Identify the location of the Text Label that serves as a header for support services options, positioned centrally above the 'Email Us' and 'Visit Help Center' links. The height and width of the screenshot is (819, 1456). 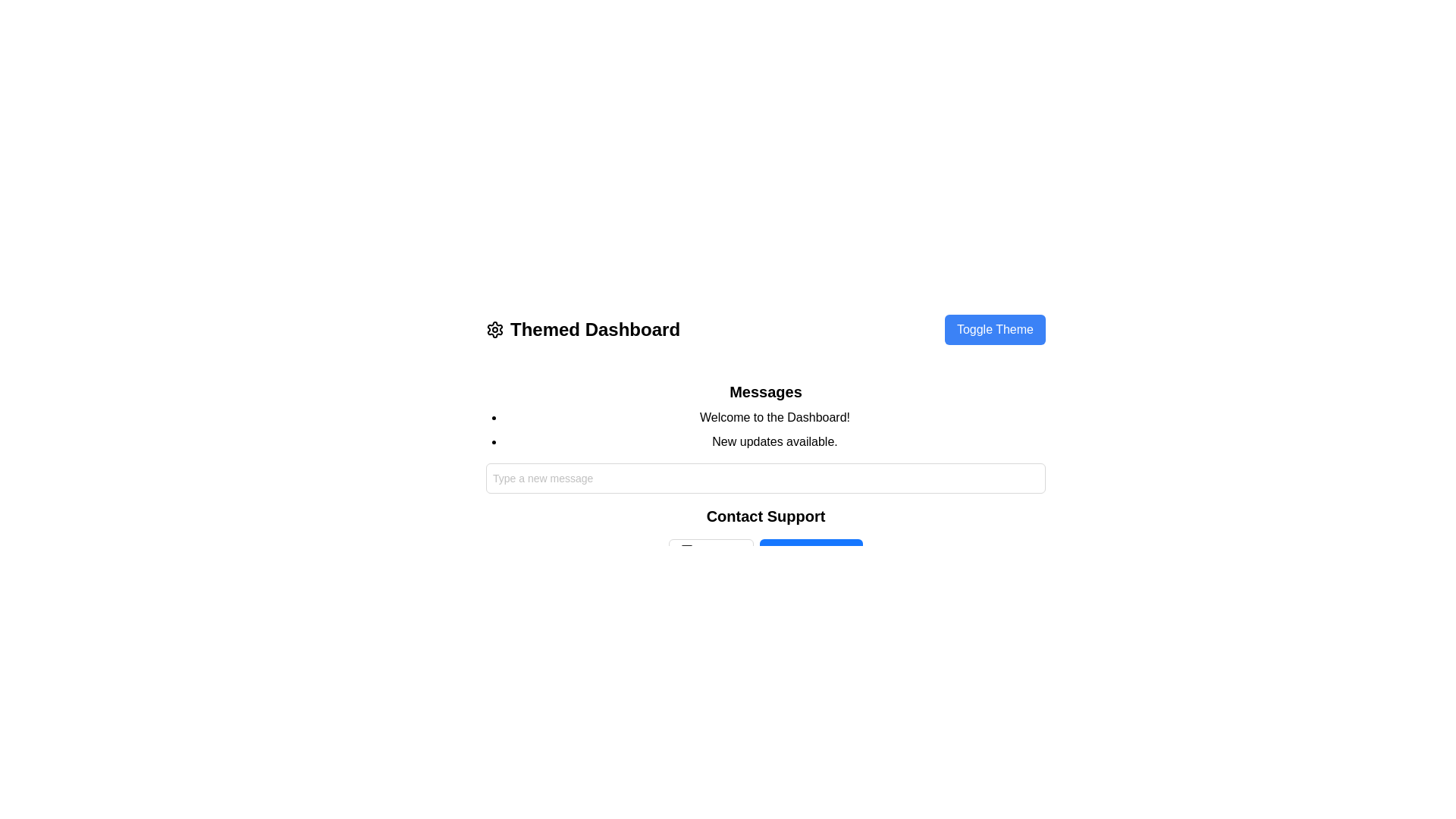
(765, 516).